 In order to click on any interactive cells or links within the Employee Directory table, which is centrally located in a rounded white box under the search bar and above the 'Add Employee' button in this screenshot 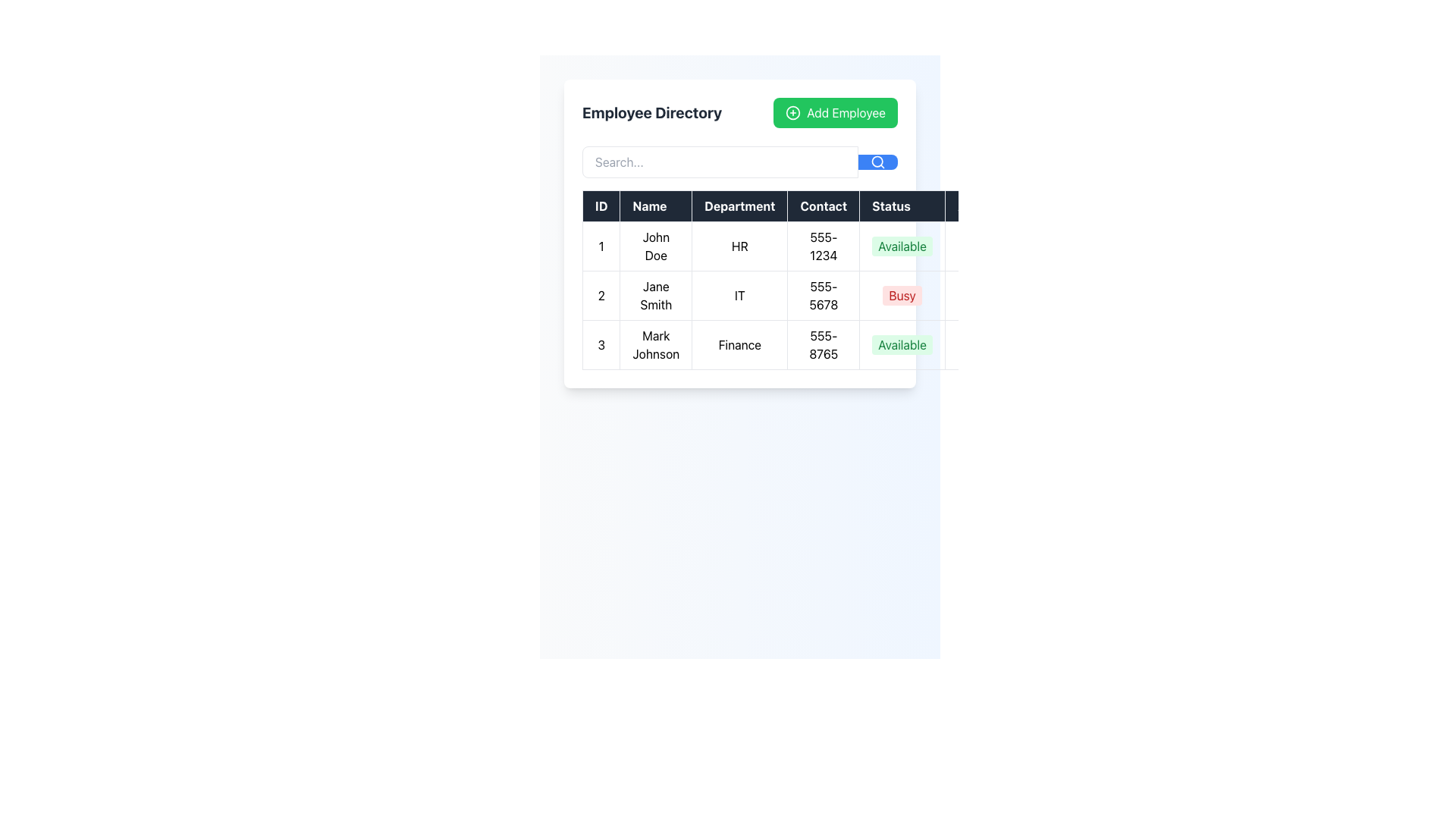, I will do `click(798, 280)`.